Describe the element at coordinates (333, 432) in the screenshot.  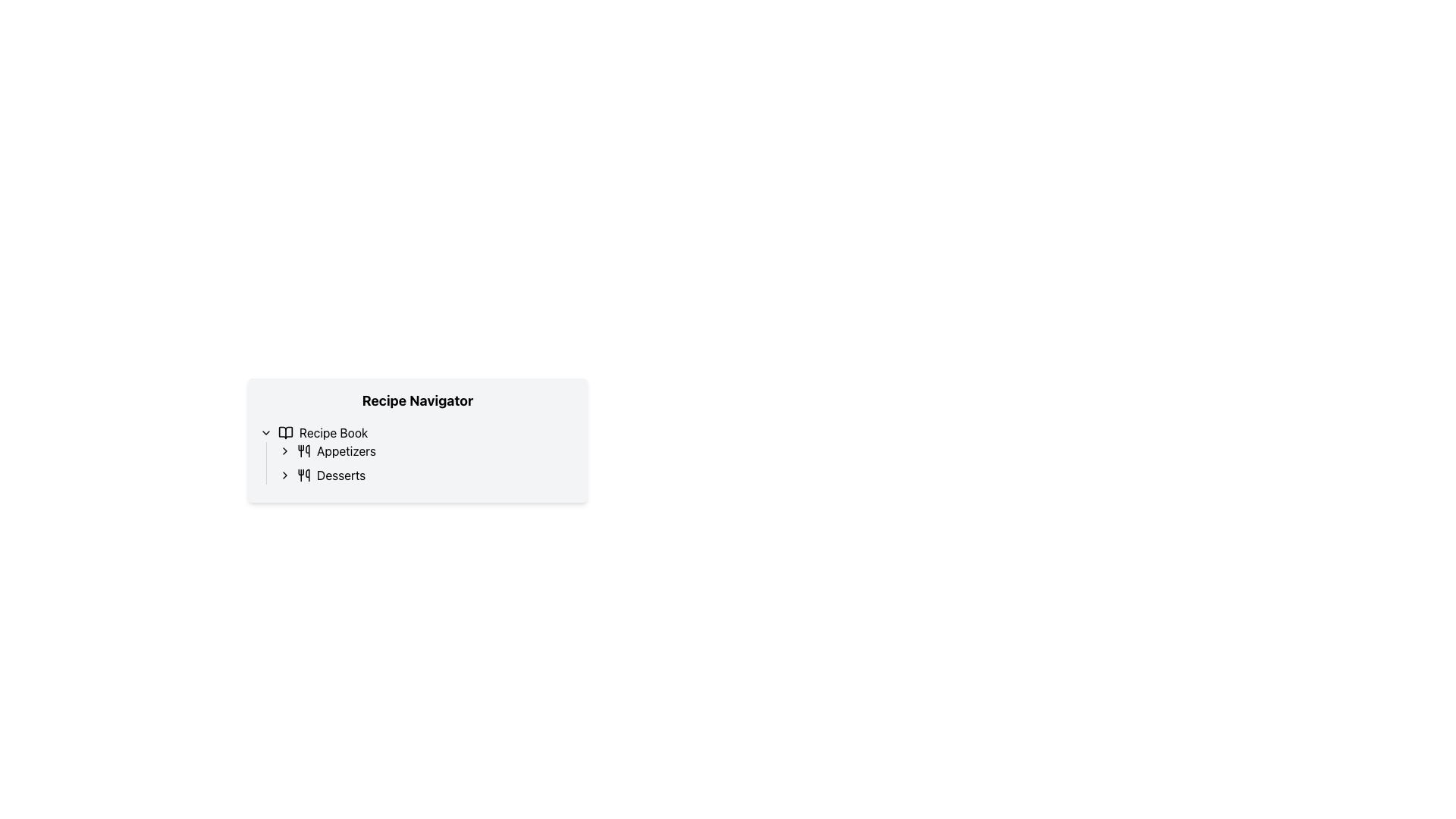
I see `the 'Recipe Book' text label located in the vertical navigation panel labeled 'Recipe Navigator', which is the first item in the list and positioned adjacent to a book icon` at that location.